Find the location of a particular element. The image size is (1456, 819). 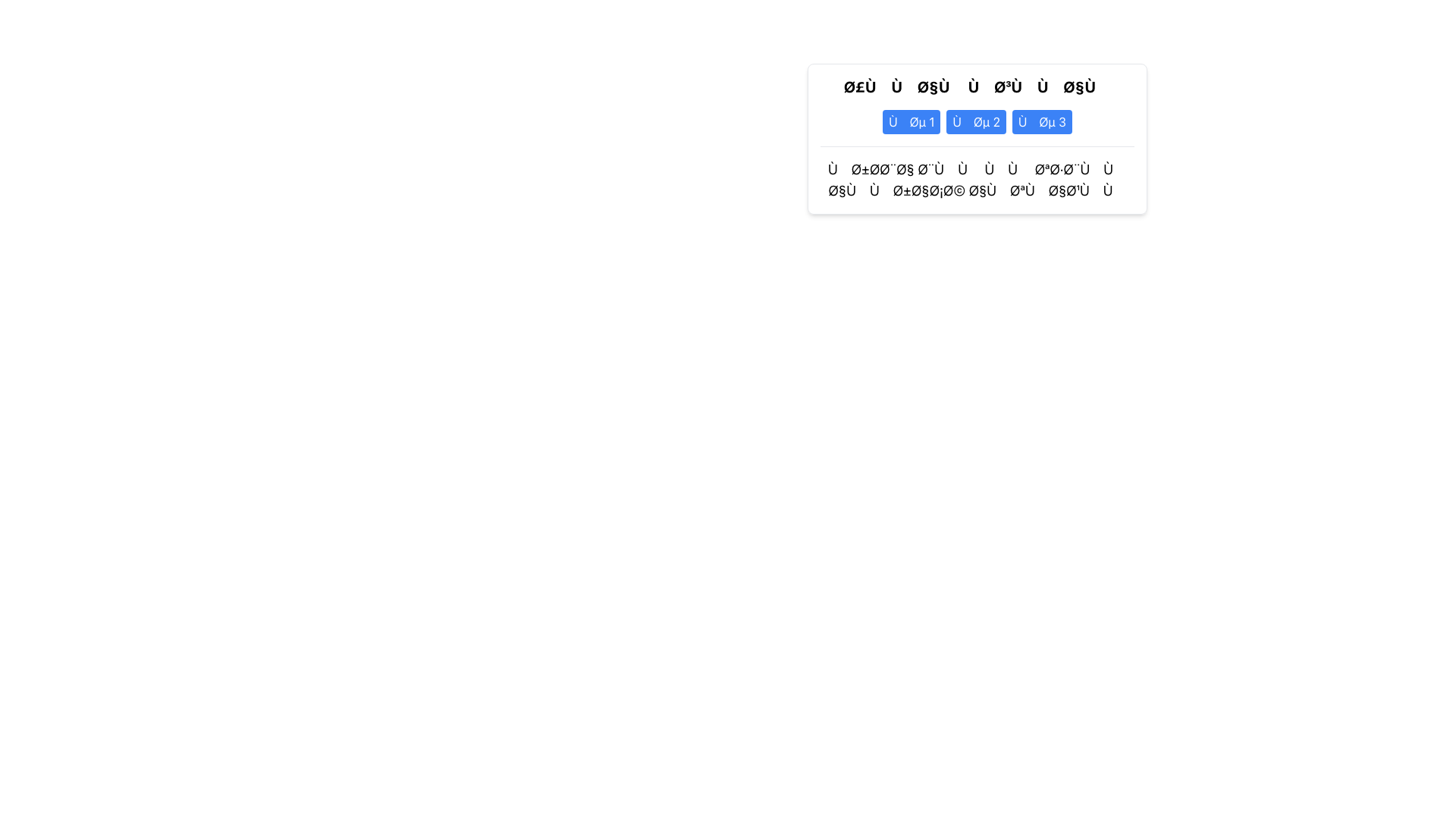

the blue button with rounded edges that contains Arabic text, which is the second button in a group of three identical buttons arranged horizontally is located at coordinates (977, 121).